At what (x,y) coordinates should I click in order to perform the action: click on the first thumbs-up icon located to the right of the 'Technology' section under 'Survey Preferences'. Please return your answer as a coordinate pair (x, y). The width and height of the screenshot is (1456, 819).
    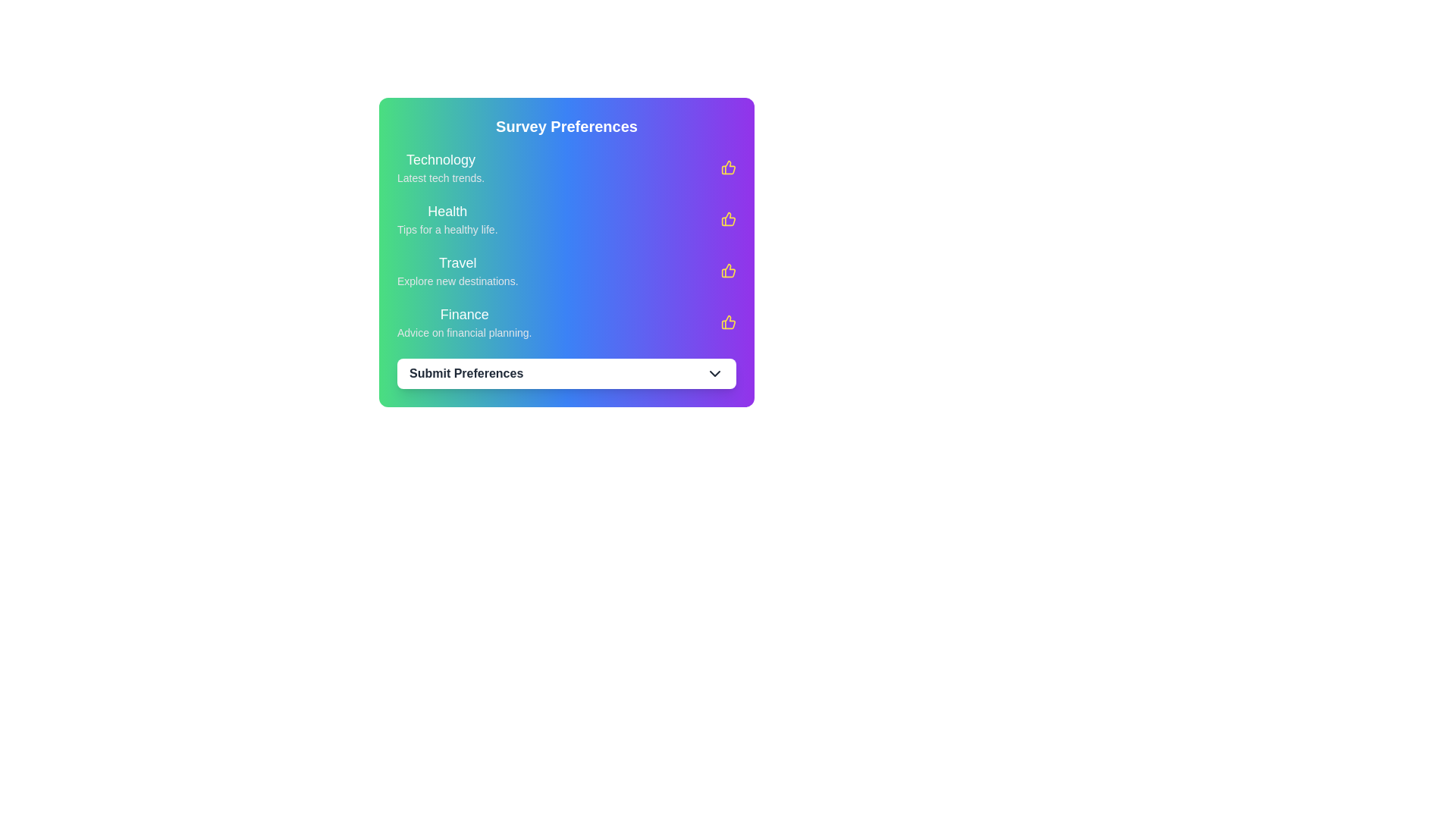
    Looking at the image, I should click on (728, 167).